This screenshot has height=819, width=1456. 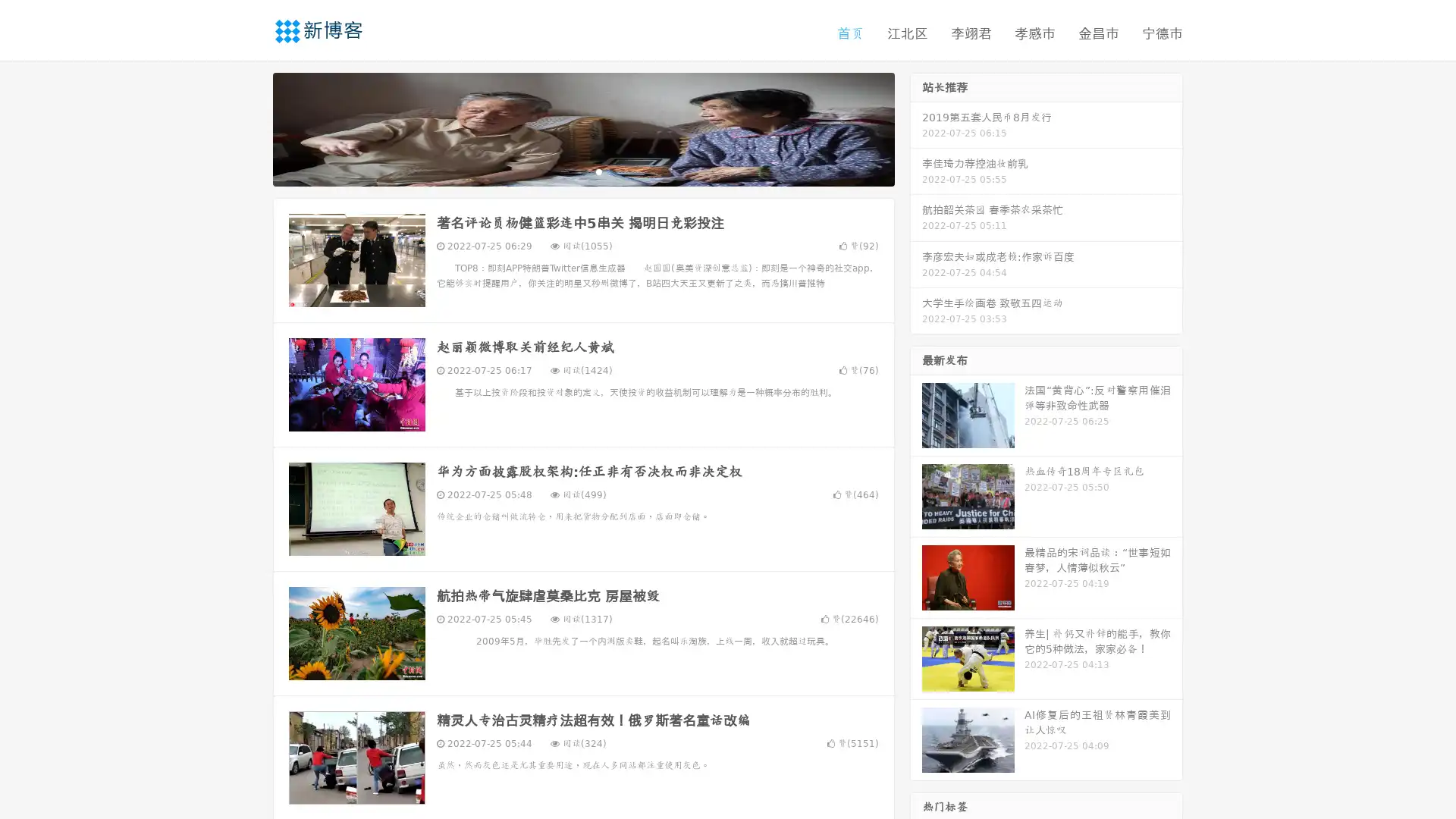 What do you see at coordinates (567, 171) in the screenshot?
I see `Go to slide 1` at bounding box center [567, 171].